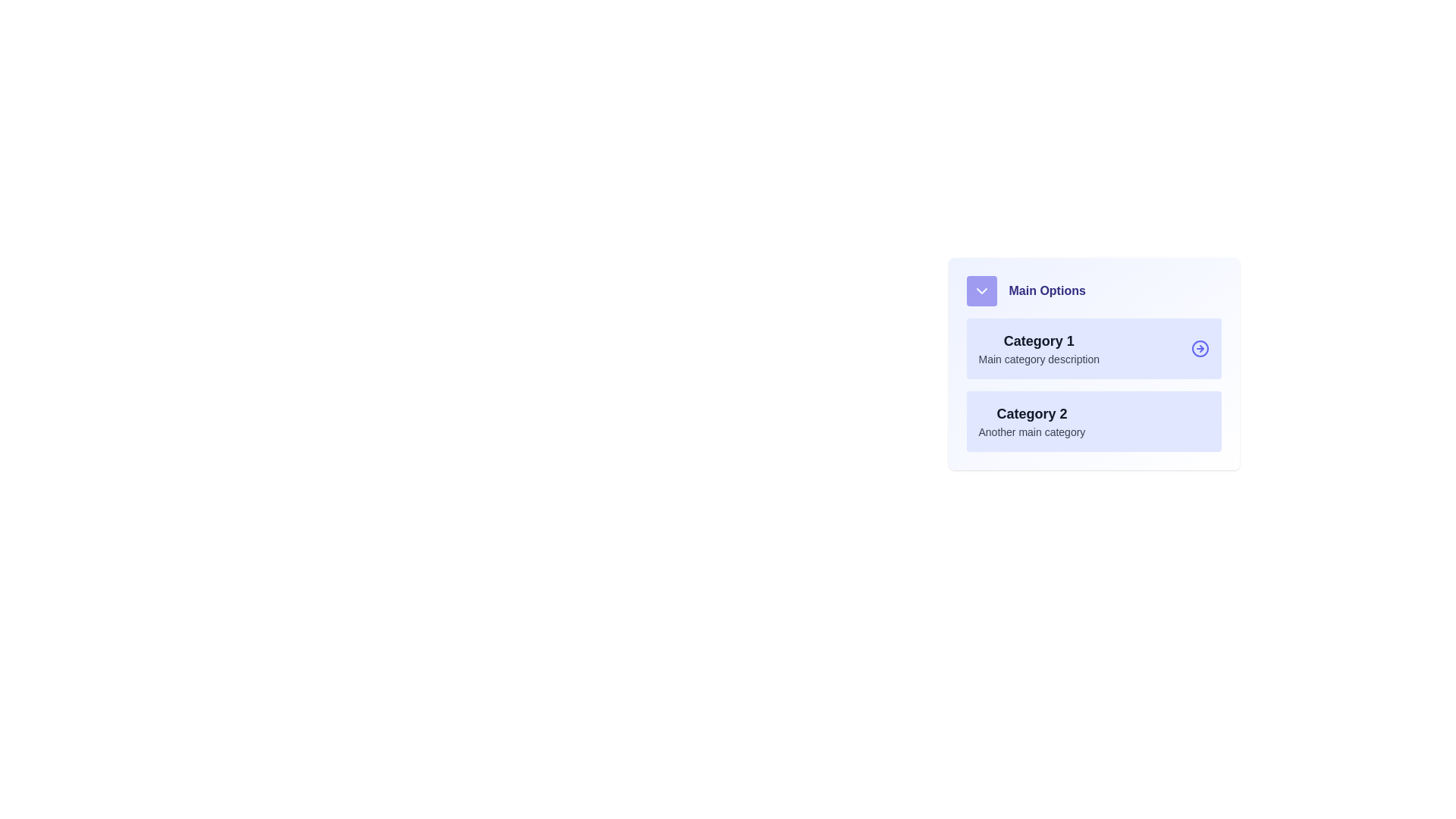  What do you see at coordinates (1199, 348) in the screenshot?
I see `the center of the circular arrow icon located on the right side of the entry labeled 'Category 1' in the options list` at bounding box center [1199, 348].